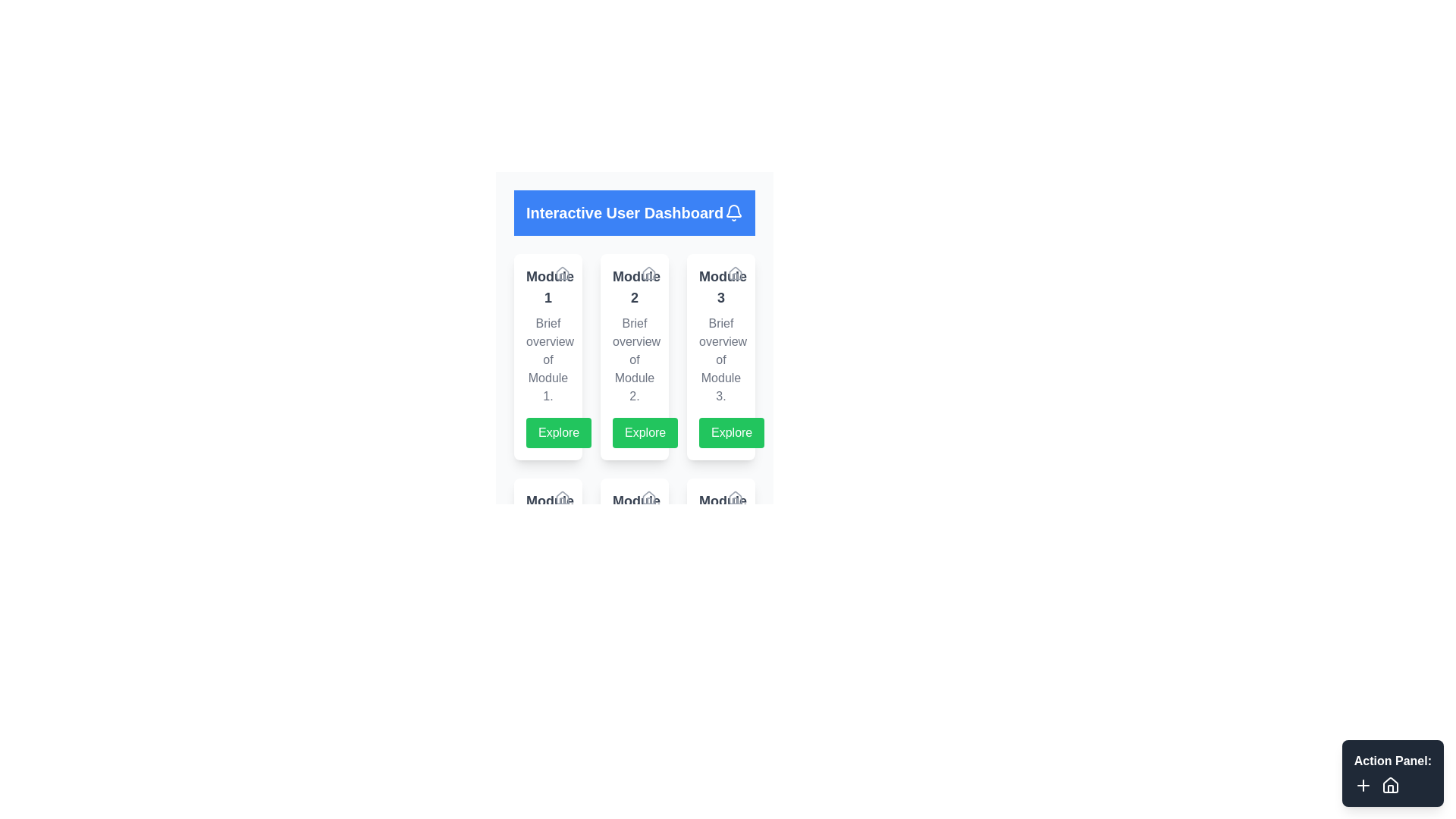  Describe the element at coordinates (558, 432) in the screenshot. I see `the green 'Explore' button located below the 'Brief overview of Module 1' text` at that location.